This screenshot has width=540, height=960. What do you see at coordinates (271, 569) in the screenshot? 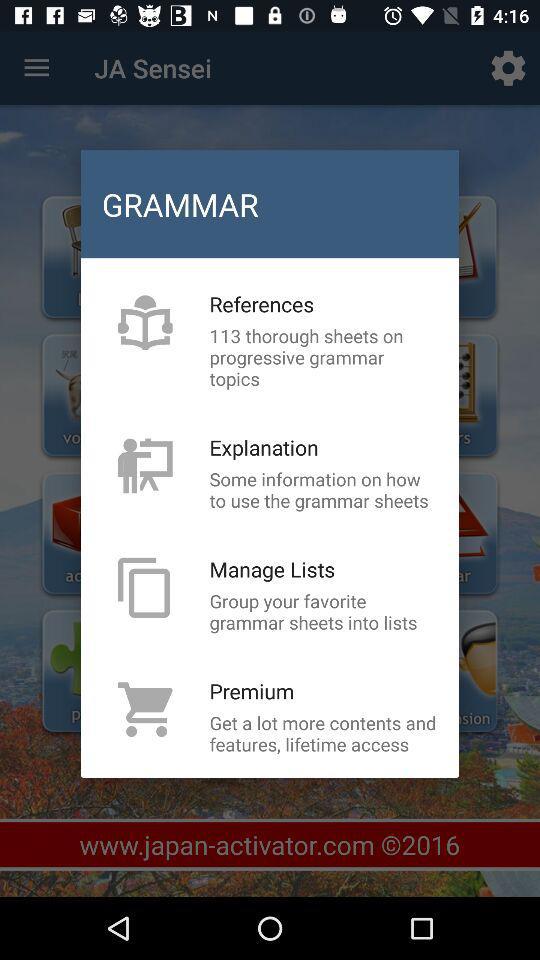
I see `item below the some information on item` at bounding box center [271, 569].